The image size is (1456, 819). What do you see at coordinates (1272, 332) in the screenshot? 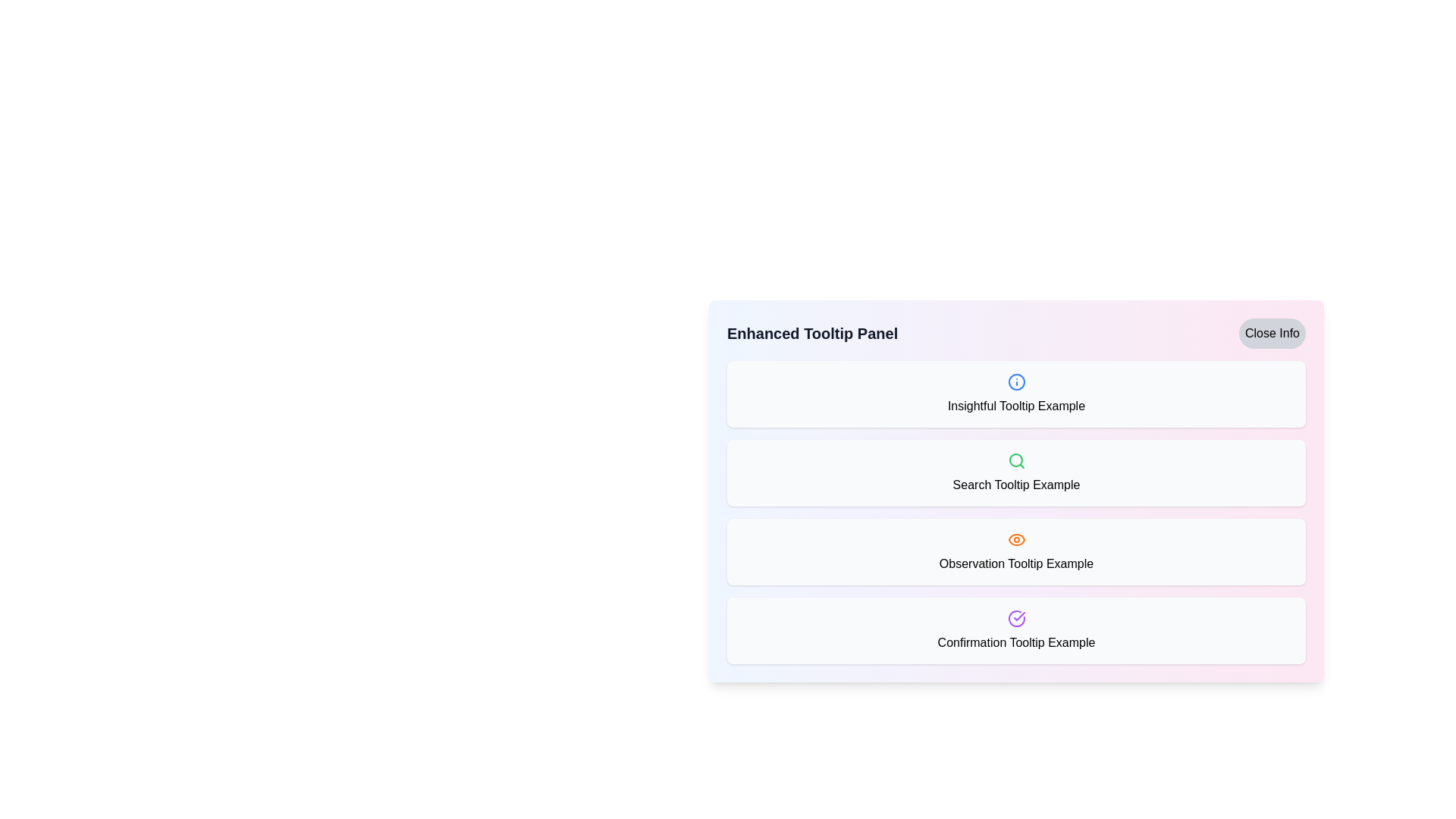
I see `the 'Close Info' button, which is a rounded rectangular button with a gray background and black text, located in the top right corner of the 'Enhanced Tooltip Panel'` at bounding box center [1272, 332].